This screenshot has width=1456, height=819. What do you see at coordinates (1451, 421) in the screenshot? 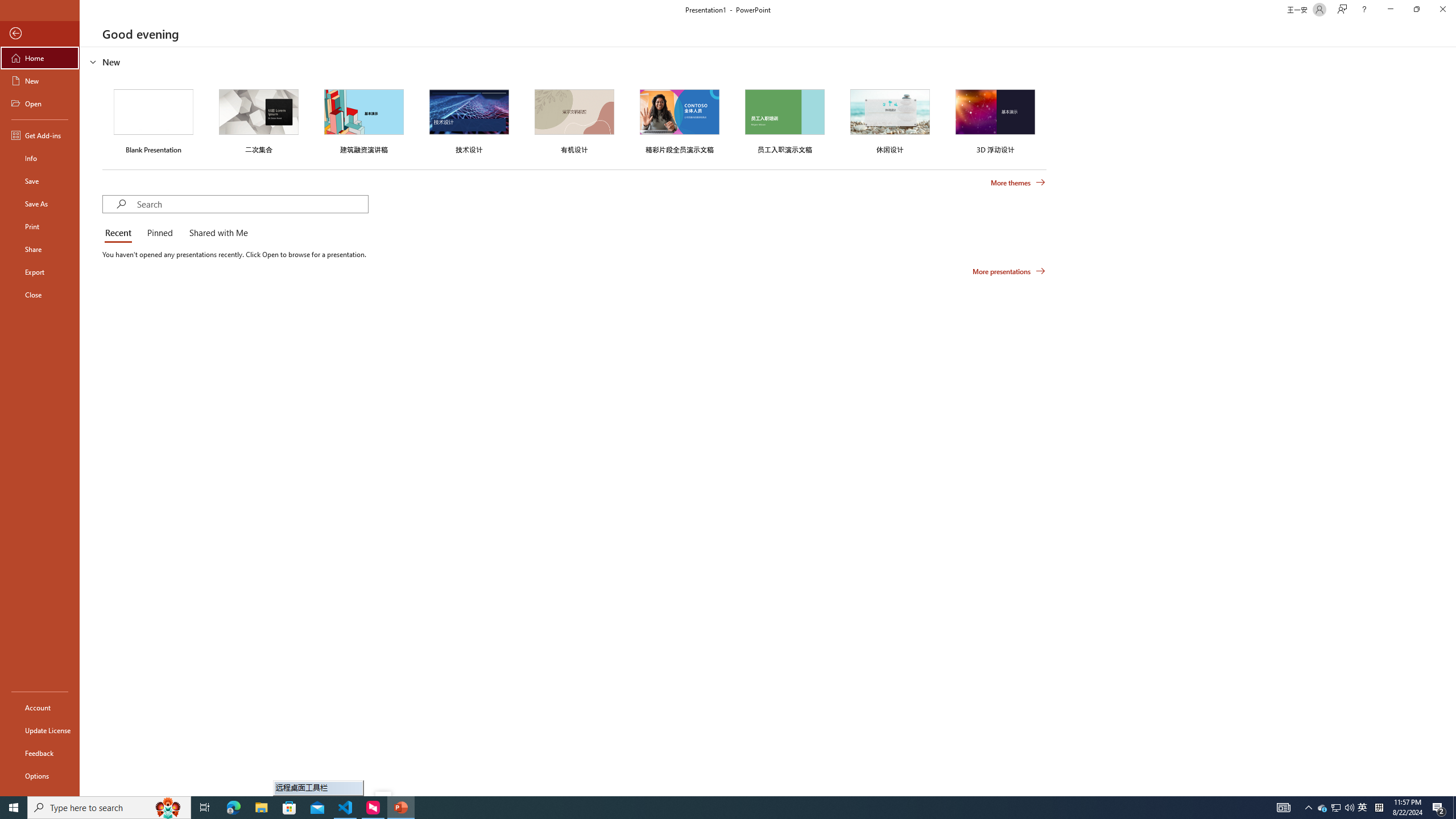
I see `'Class: NetUIScrollBar'` at bounding box center [1451, 421].